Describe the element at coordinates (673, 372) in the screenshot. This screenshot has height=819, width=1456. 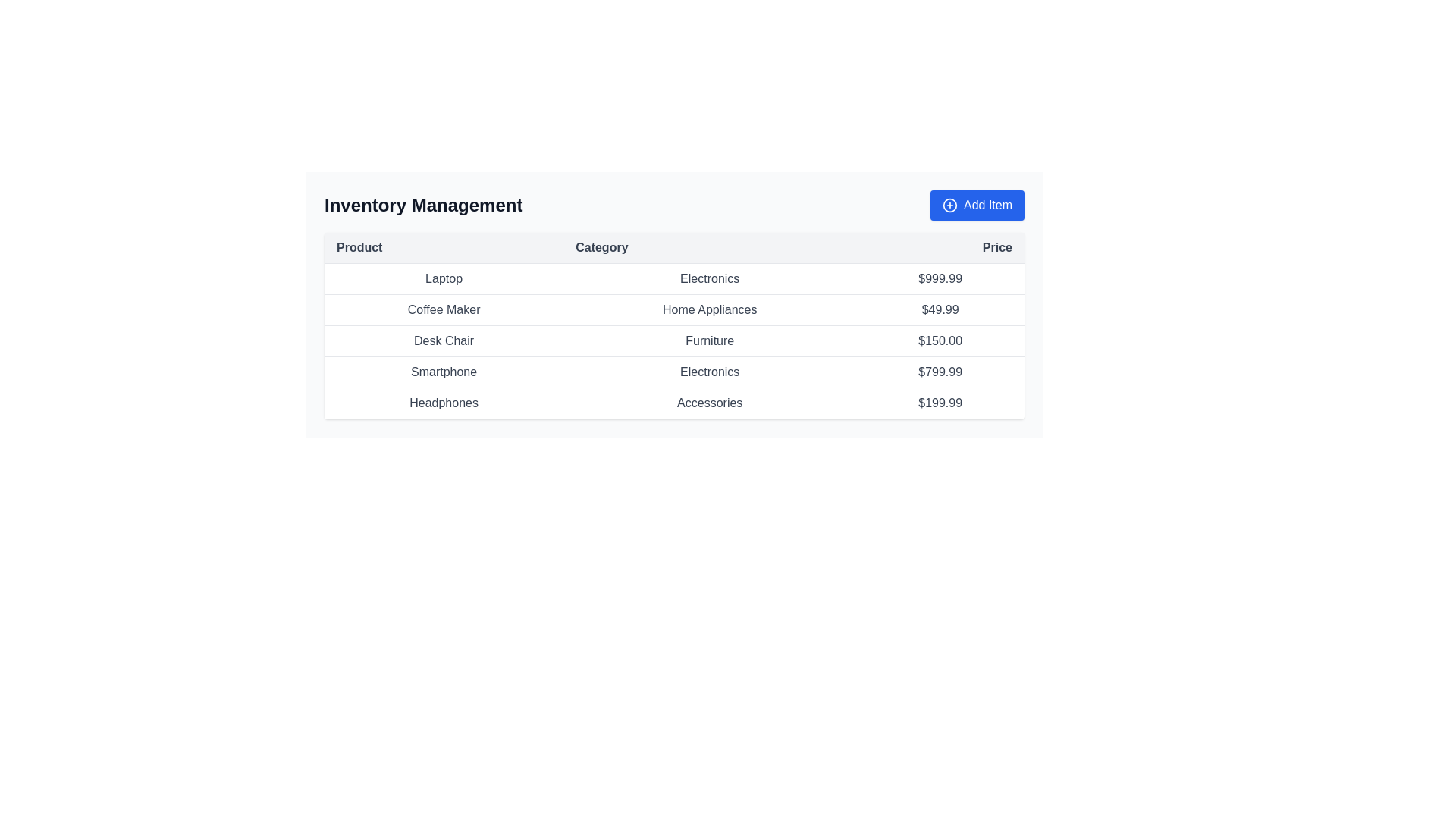
I see `the table row displaying 'Smartphone' under the 'Inventory Management' section, which includes 'Product', 'Category', and 'Price'` at that location.